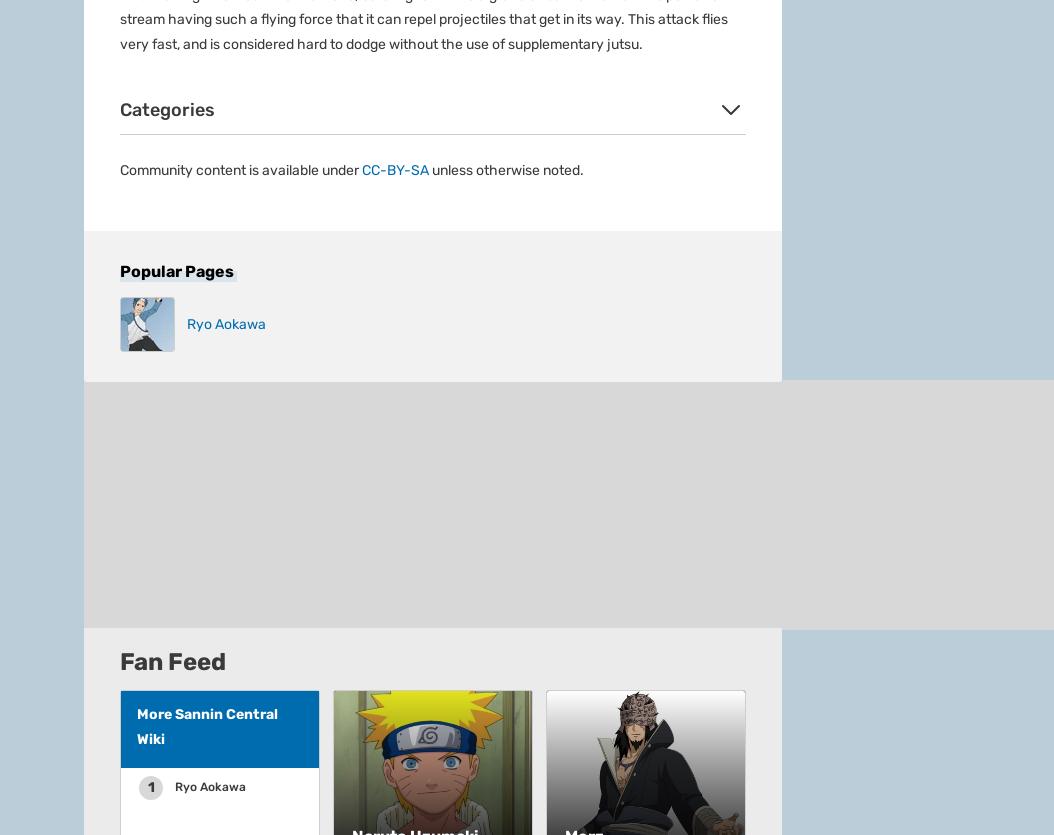 Image resolution: width=1054 pixels, height=835 pixels. What do you see at coordinates (271, 325) in the screenshot?
I see `'Take your favorite fandoms with you and never miss a beat.'` at bounding box center [271, 325].